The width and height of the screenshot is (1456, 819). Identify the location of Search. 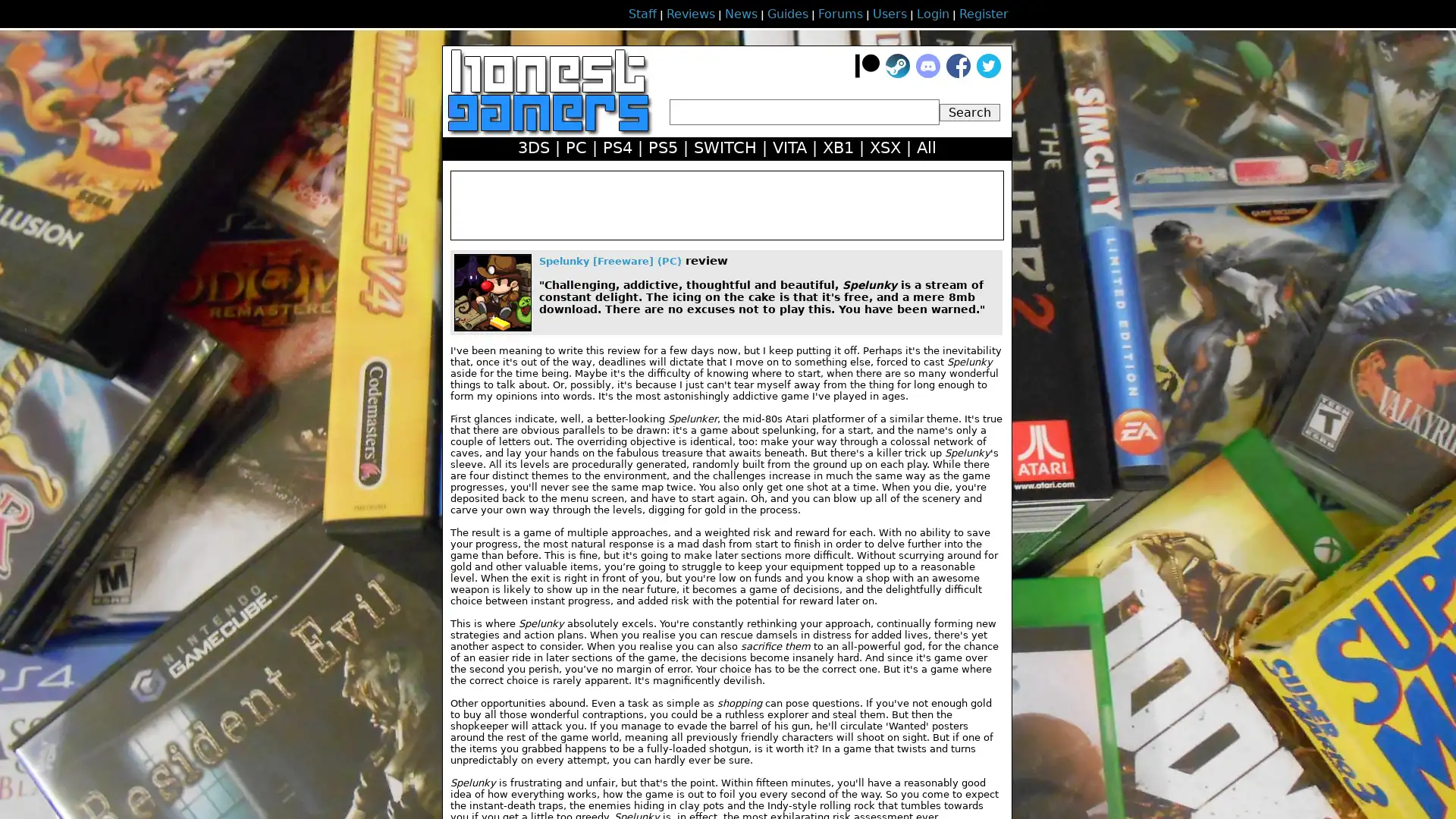
(968, 111).